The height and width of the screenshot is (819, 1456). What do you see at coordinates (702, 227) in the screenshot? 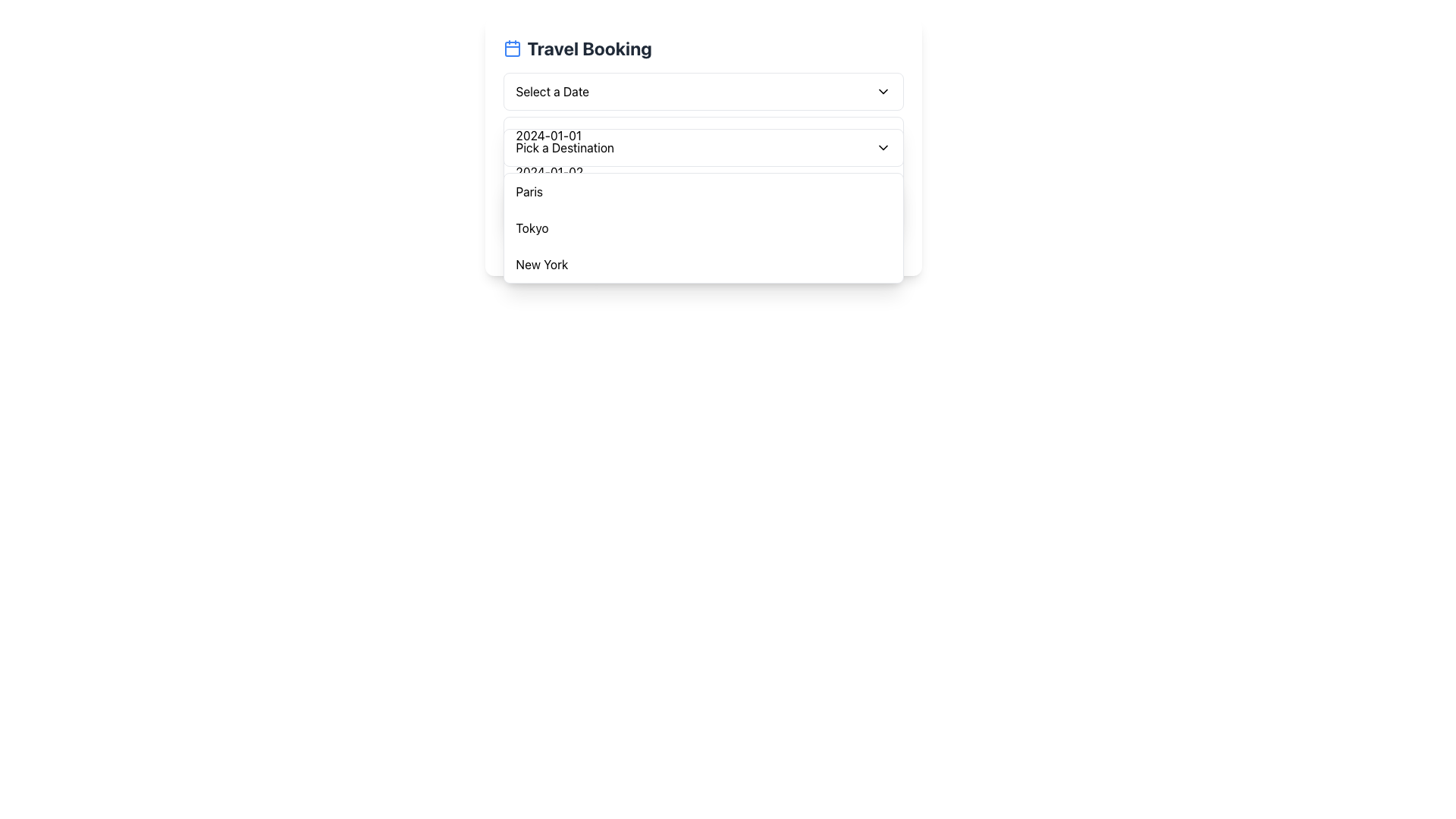
I see `the 'Tokyo' option in the dropdown menu` at bounding box center [702, 227].